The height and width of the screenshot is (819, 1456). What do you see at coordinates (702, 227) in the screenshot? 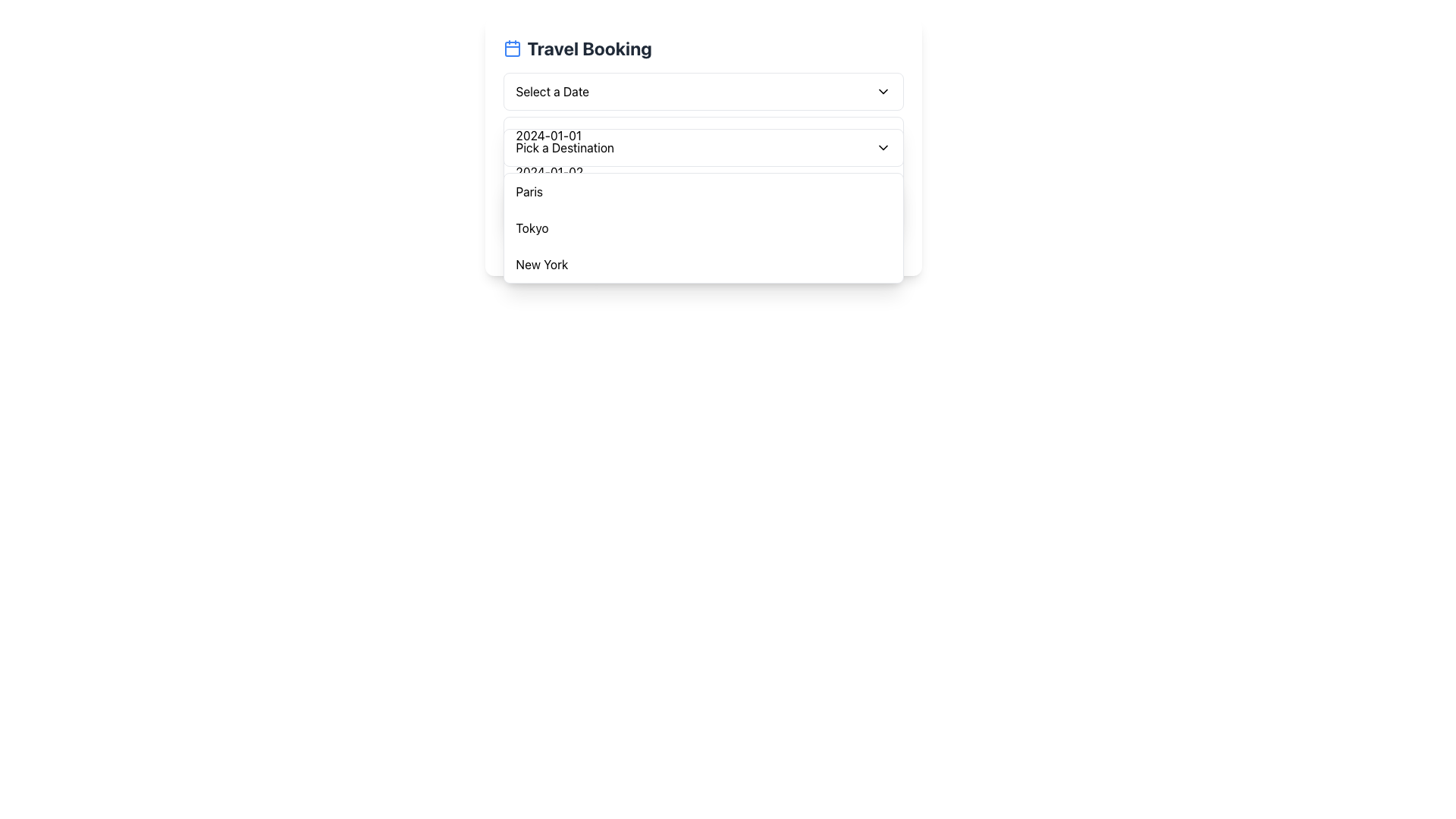
I see `the 'Tokyo' option in the dropdown menu` at bounding box center [702, 227].